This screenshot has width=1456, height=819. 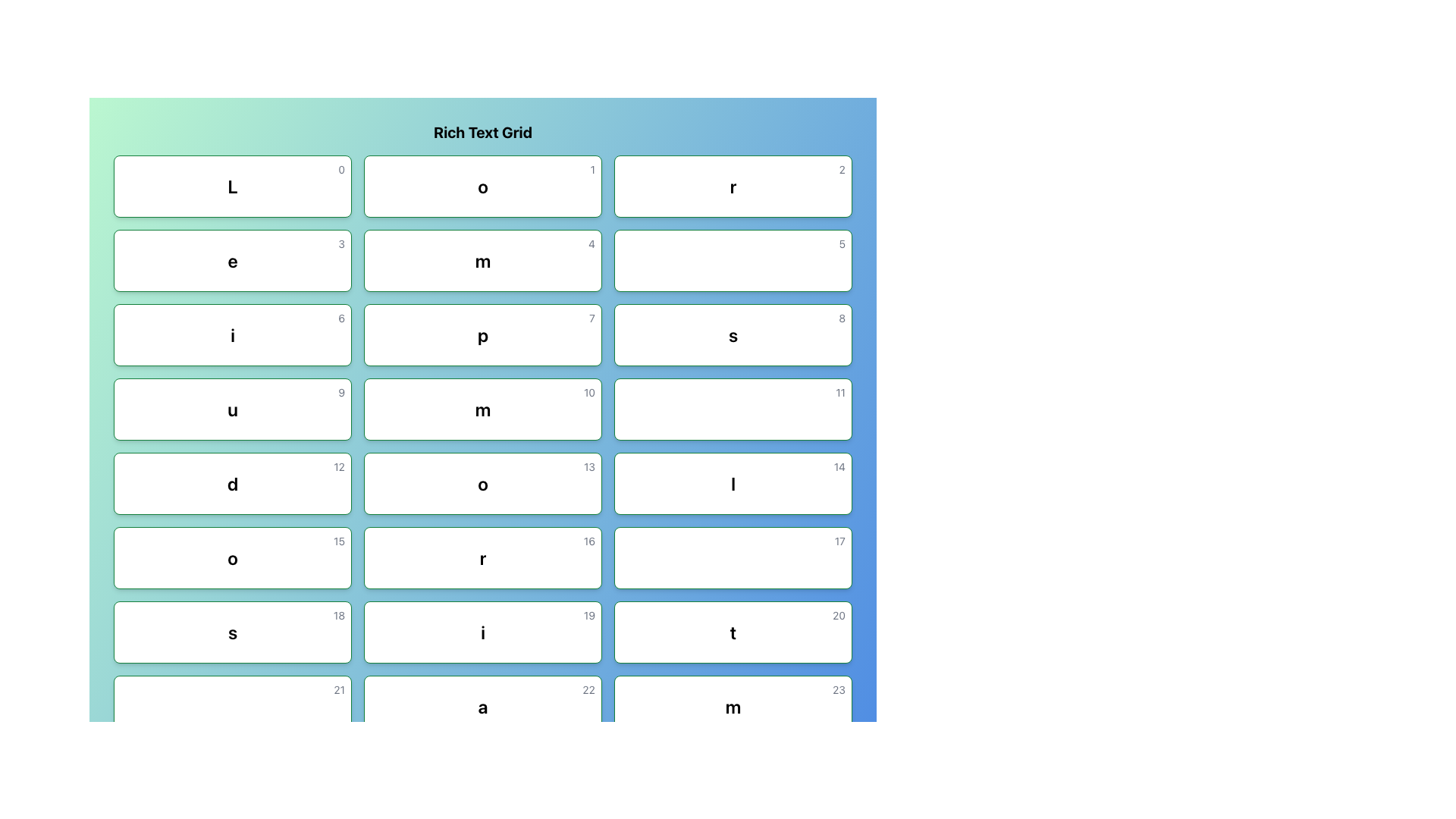 What do you see at coordinates (838, 616) in the screenshot?
I see `the Text Label displaying the number '20', which is located at the top-right corner of a card component with a white background and green border` at bounding box center [838, 616].